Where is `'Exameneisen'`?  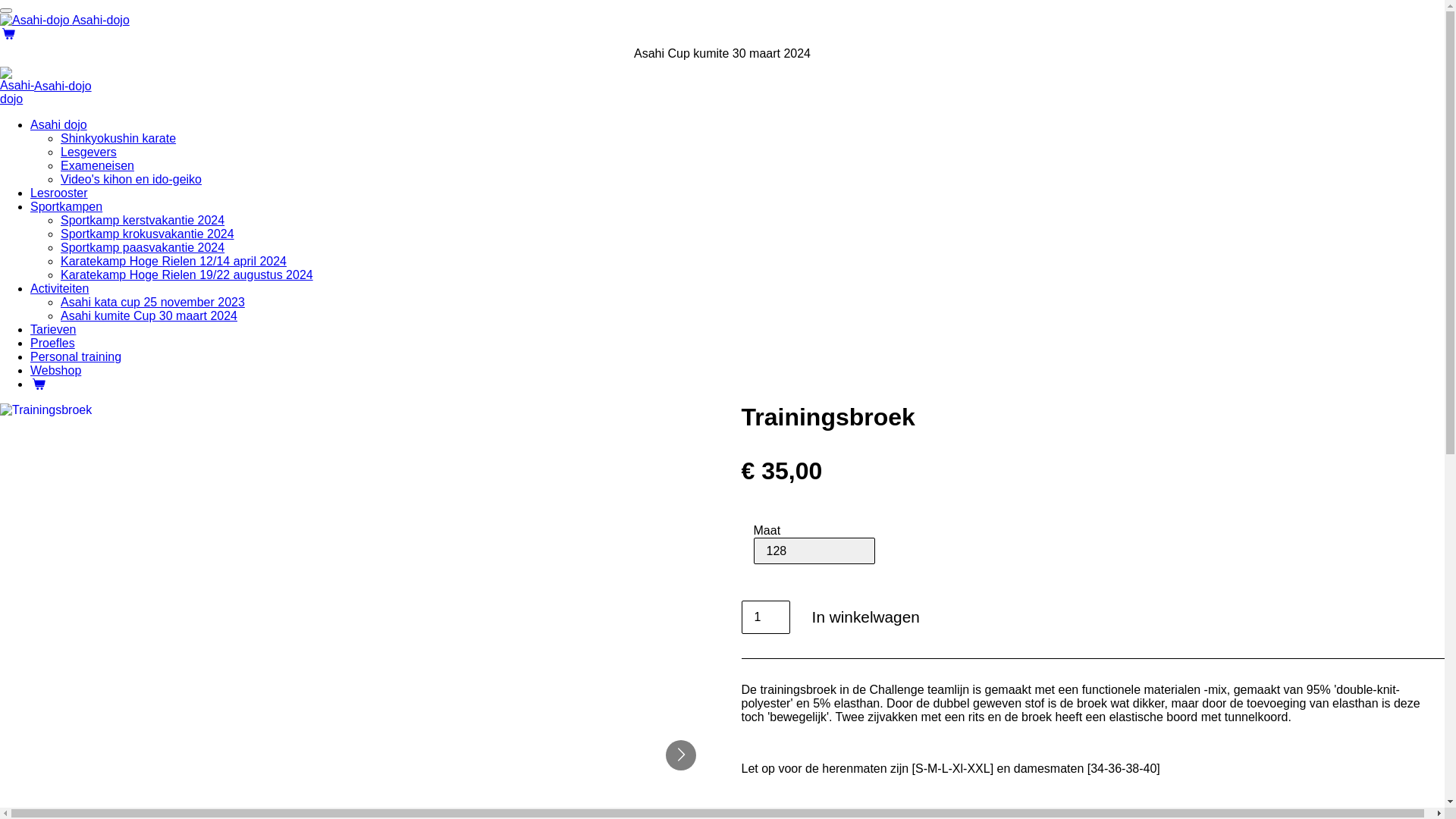 'Exameneisen' is located at coordinates (96, 165).